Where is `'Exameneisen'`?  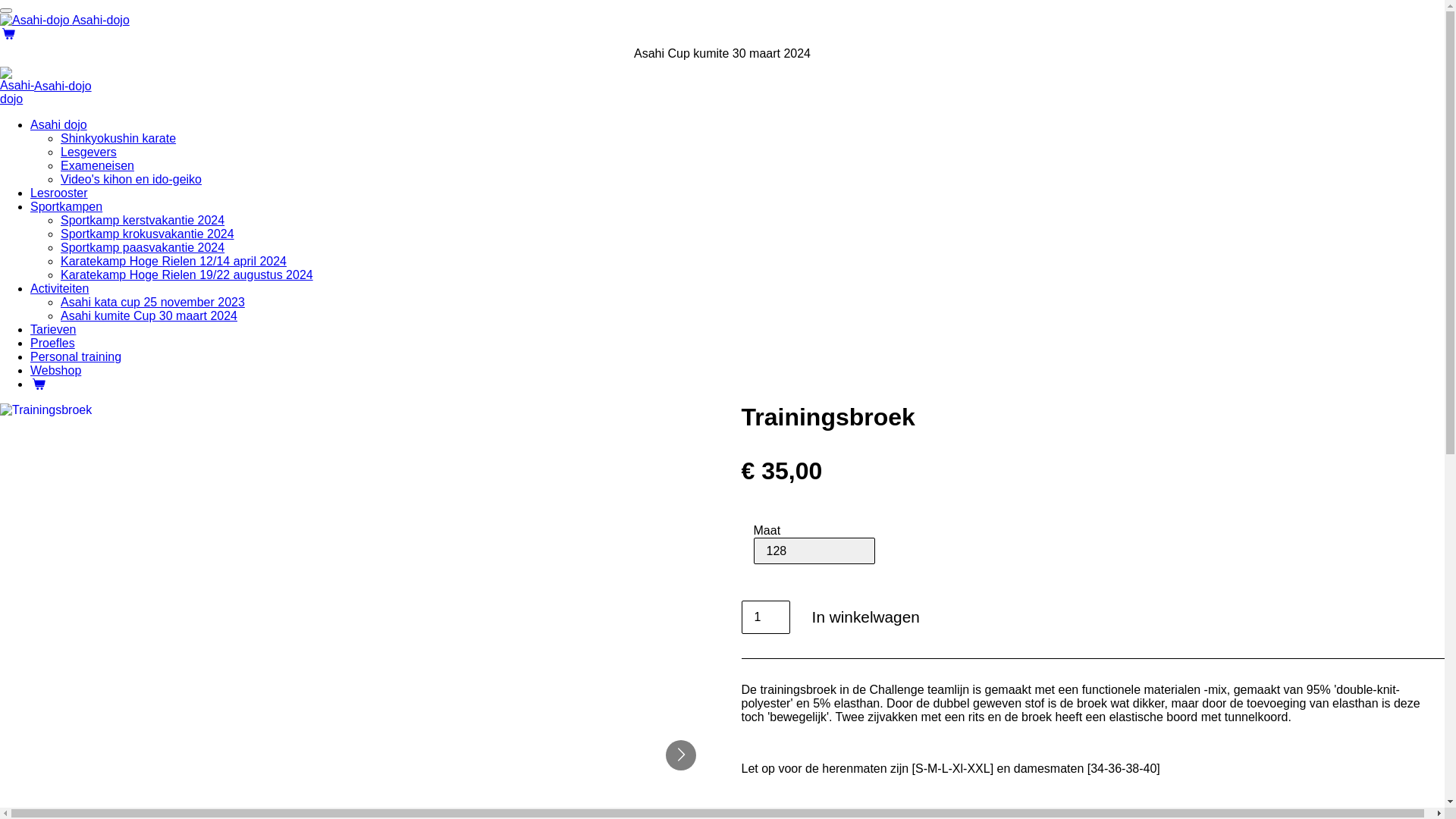 'Exameneisen' is located at coordinates (96, 165).